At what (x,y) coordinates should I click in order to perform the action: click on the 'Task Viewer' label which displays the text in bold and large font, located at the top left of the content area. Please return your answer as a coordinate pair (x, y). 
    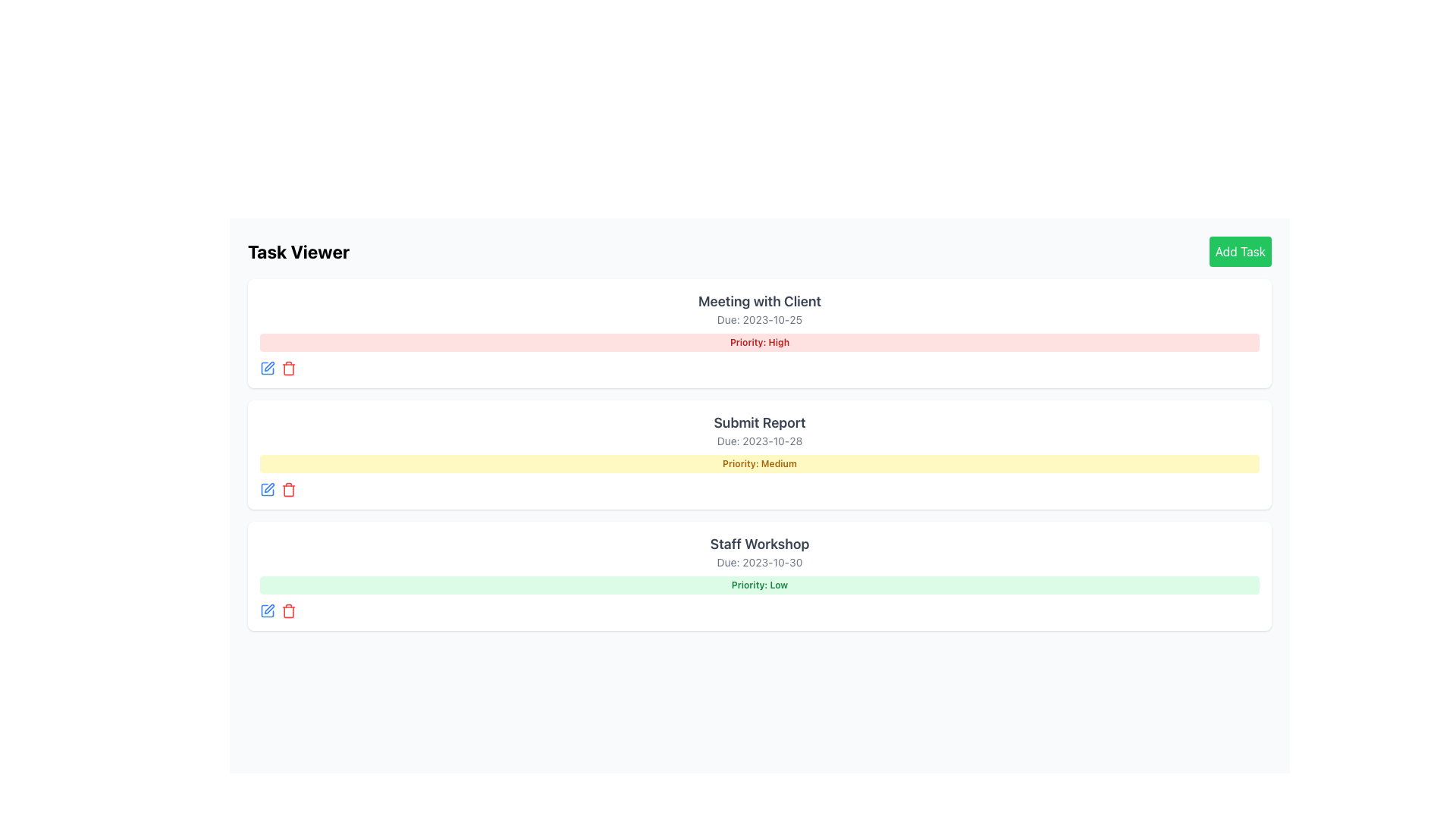
    Looking at the image, I should click on (298, 250).